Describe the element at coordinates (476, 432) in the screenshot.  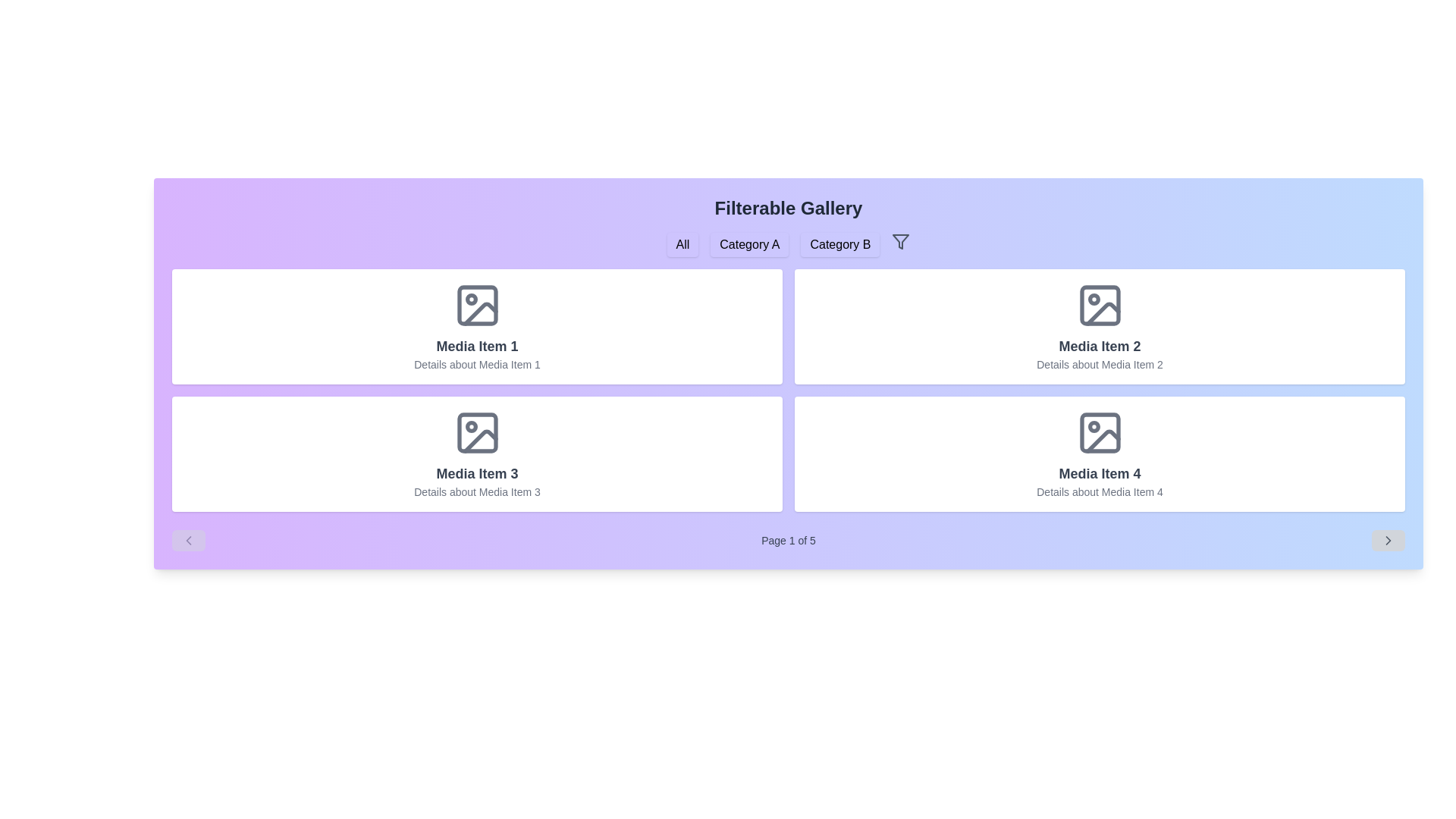
I see `the decorative icon representing 'Media Item 3' located in the third card of the second row in a grid layout` at that location.